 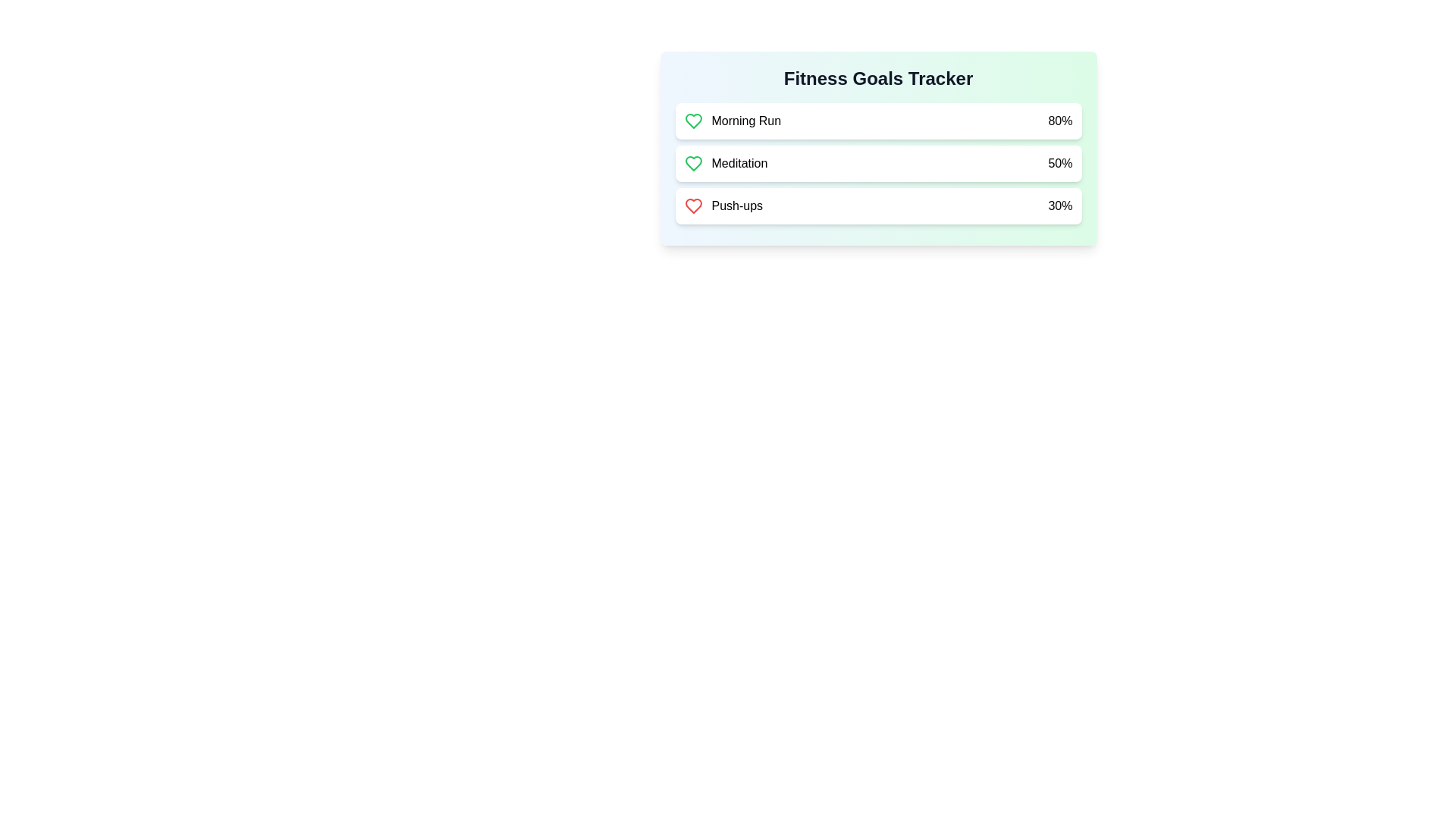 What do you see at coordinates (1059, 164) in the screenshot?
I see `the text element displaying '50%' located in the second row of a list, adjacent to 'Meditation'` at bounding box center [1059, 164].